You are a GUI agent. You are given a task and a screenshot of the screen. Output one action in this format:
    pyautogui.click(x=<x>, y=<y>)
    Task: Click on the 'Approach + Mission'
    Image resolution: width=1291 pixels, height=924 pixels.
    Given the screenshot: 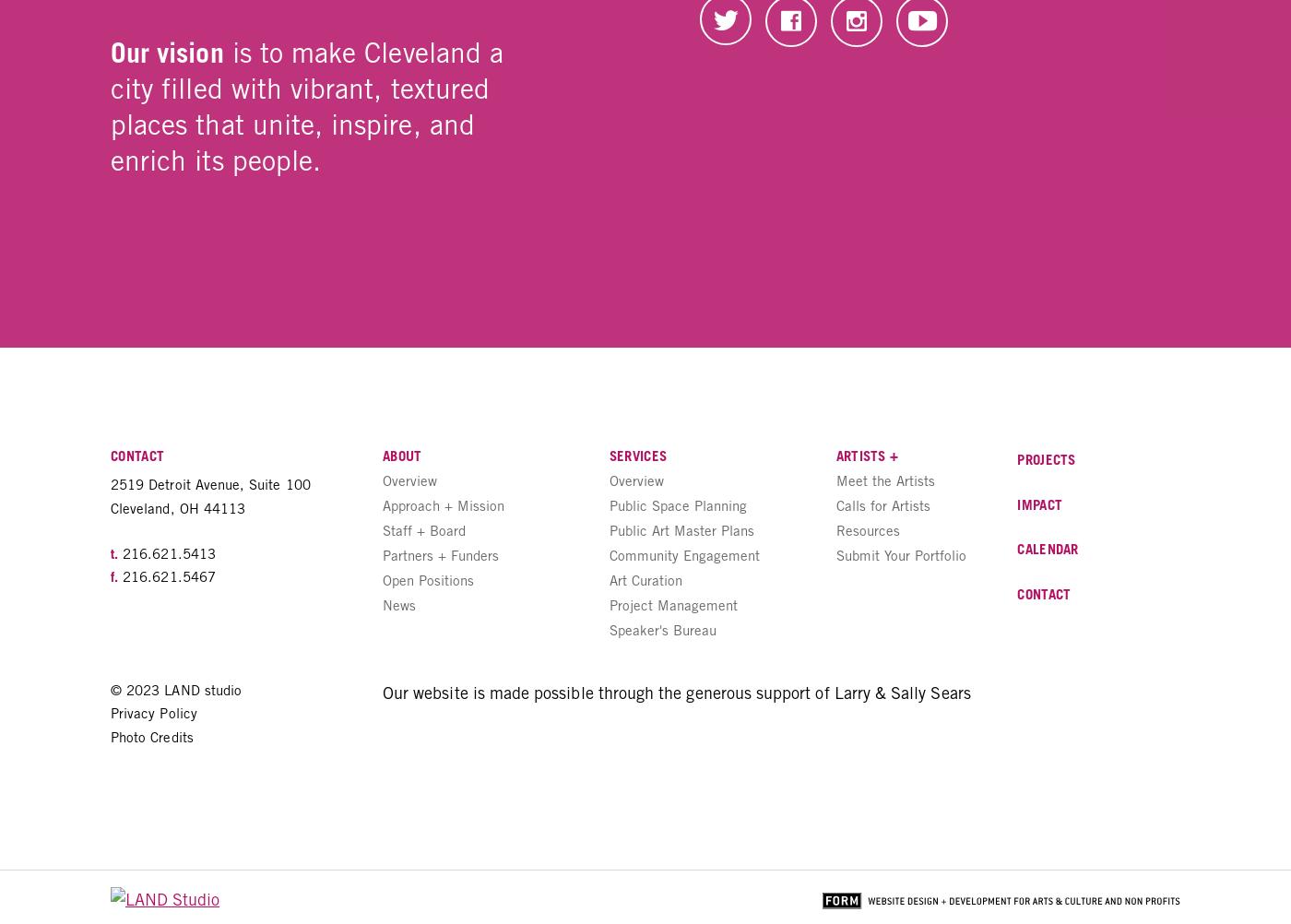 What is the action you would take?
    pyautogui.click(x=444, y=505)
    